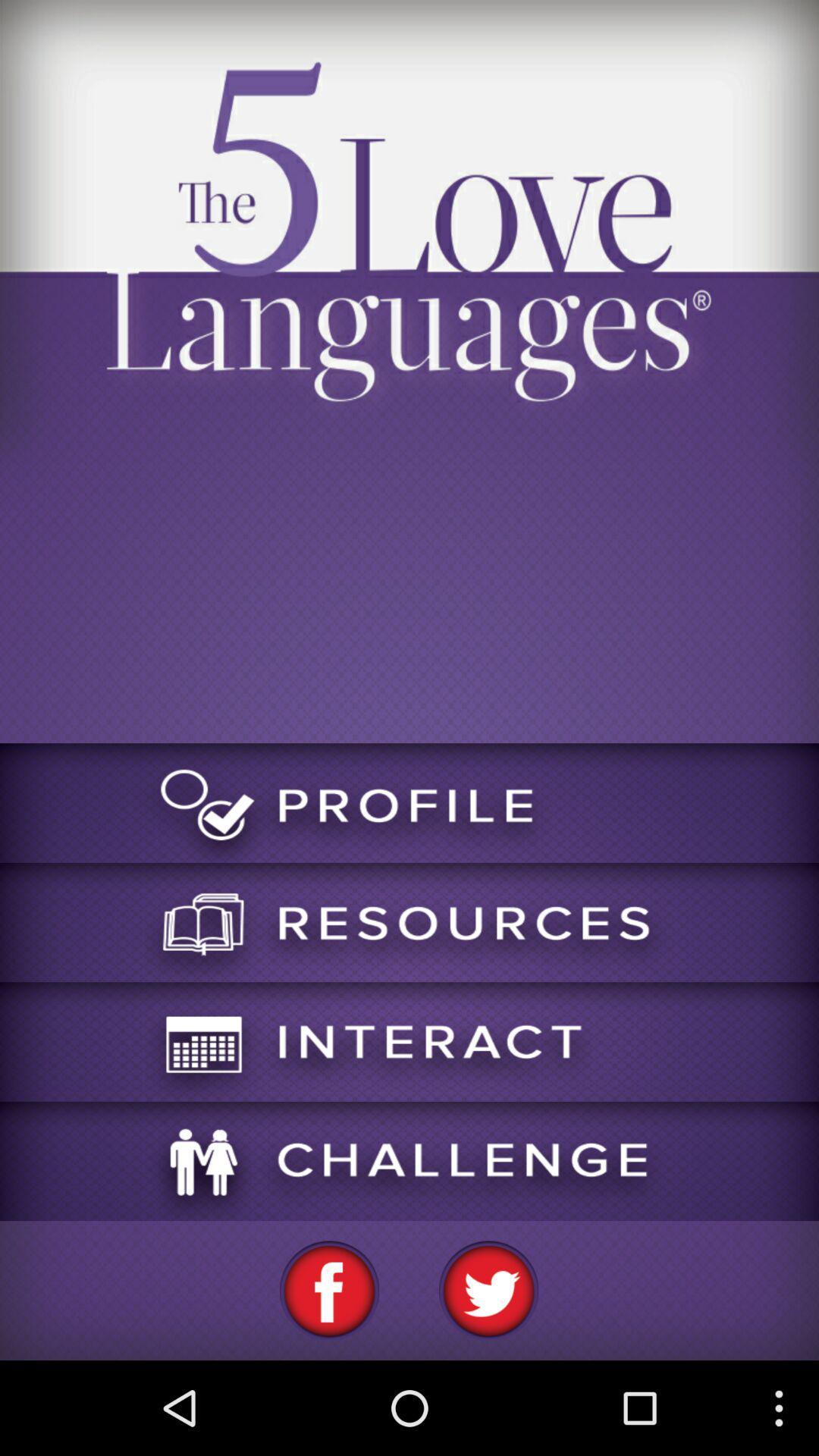 Image resolution: width=819 pixels, height=1456 pixels. What do you see at coordinates (409, 921) in the screenshot?
I see `click resource` at bounding box center [409, 921].